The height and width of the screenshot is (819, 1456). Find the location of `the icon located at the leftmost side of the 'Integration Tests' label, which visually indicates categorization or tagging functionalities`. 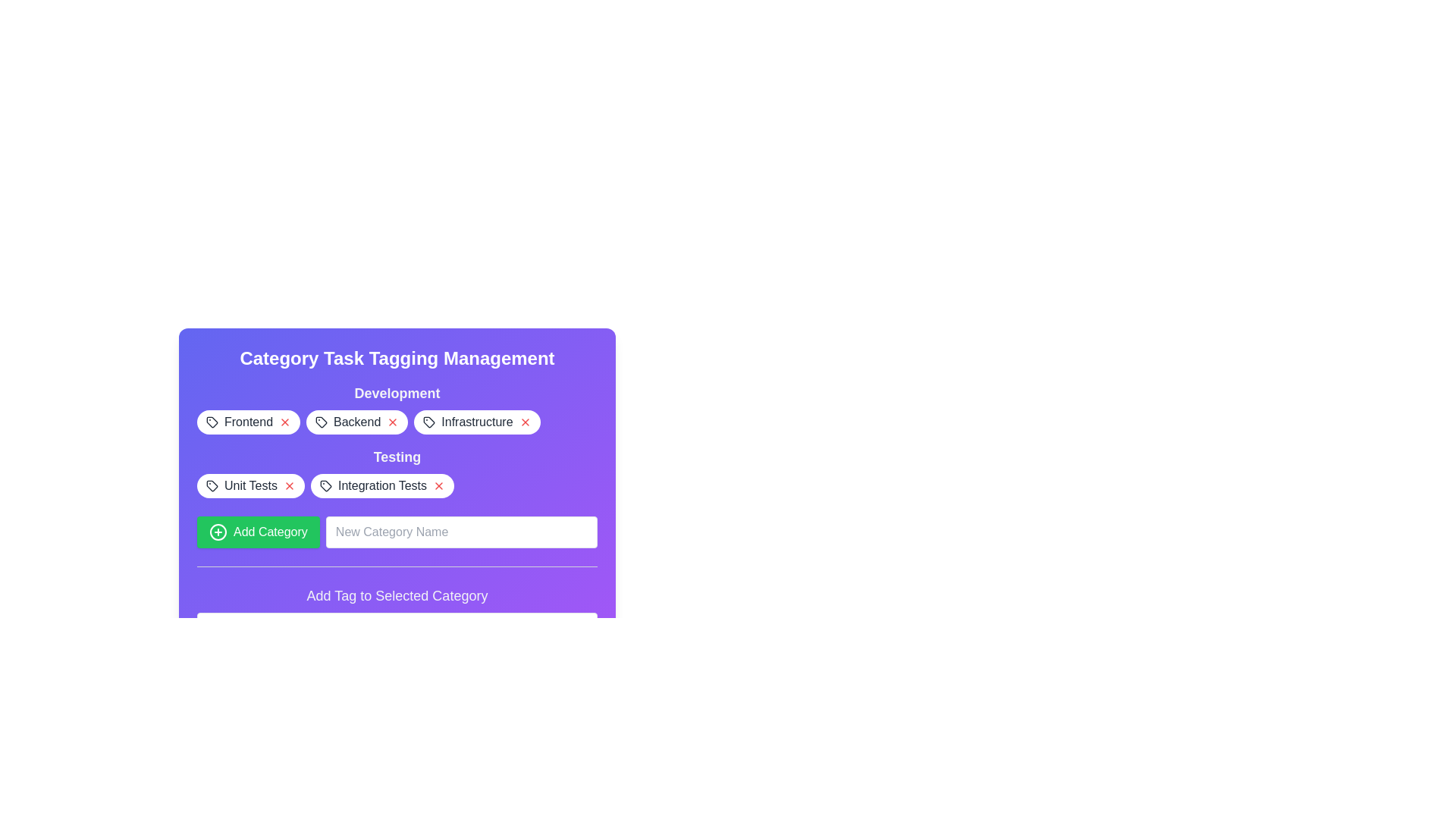

the icon located at the leftmost side of the 'Integration Tests' label, which visually indicates categorization or tagging functionalities is located at coordinates (325, 485).